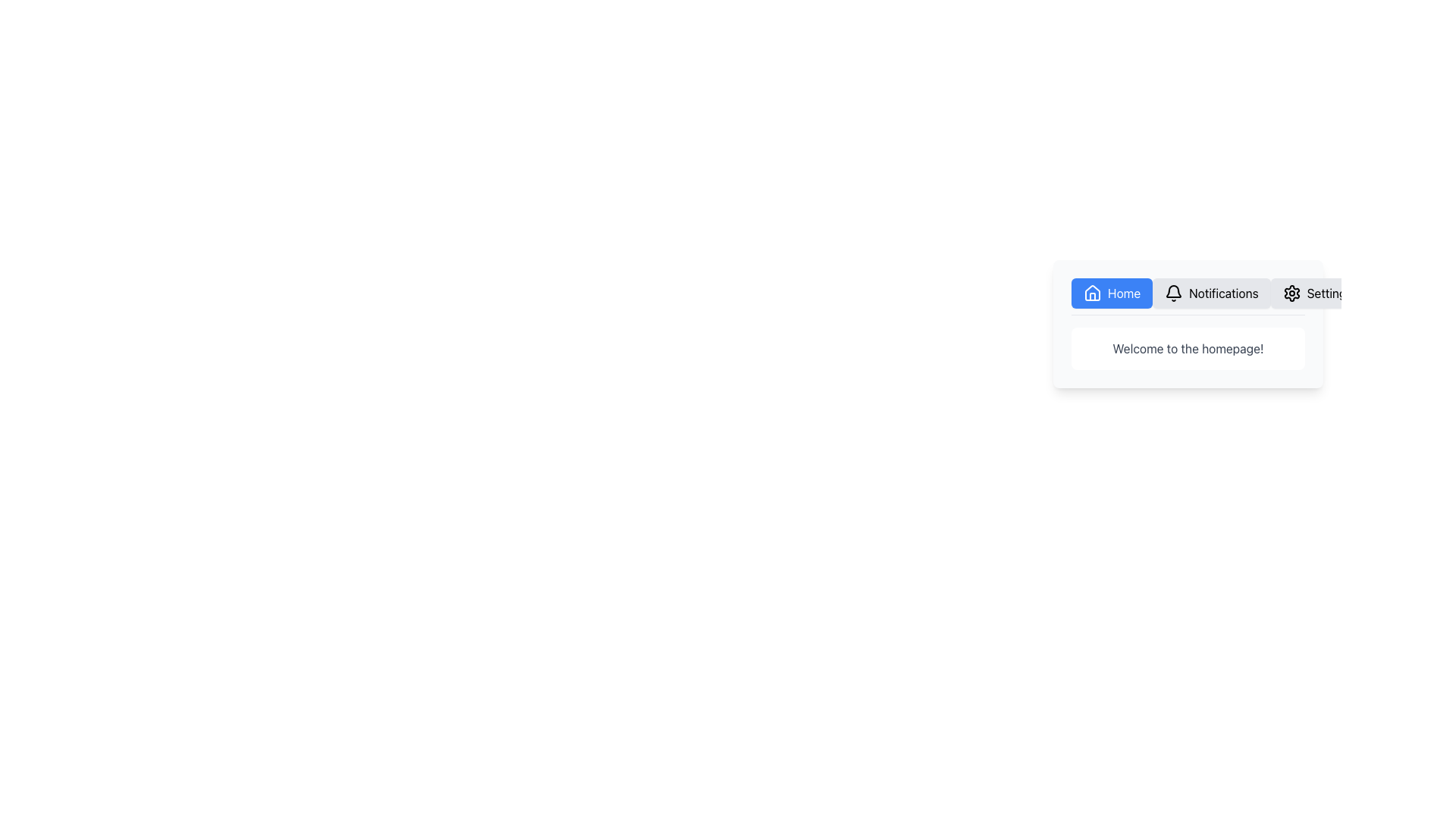 Image resolution: width=1456 pixels, height=819 pixels. Describe the element at coordinates (1092, 293) in the screenshot. I see `the house outline icon button on the left side of the element group` at that location.